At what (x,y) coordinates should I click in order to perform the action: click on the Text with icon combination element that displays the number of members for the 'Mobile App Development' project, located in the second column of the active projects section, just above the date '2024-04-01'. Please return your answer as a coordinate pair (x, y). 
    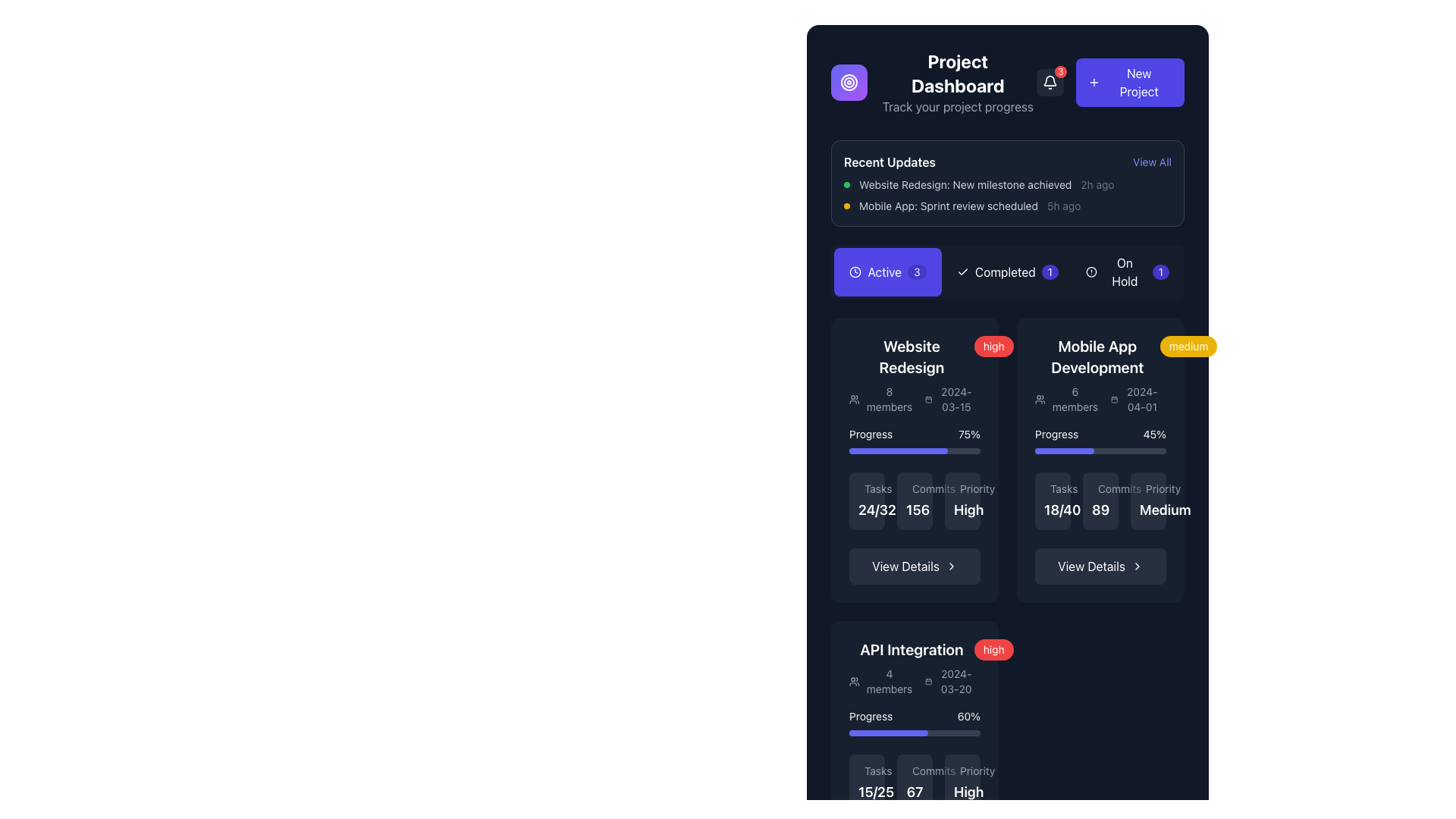
    Looking at the image, I should click on (1066, 399).